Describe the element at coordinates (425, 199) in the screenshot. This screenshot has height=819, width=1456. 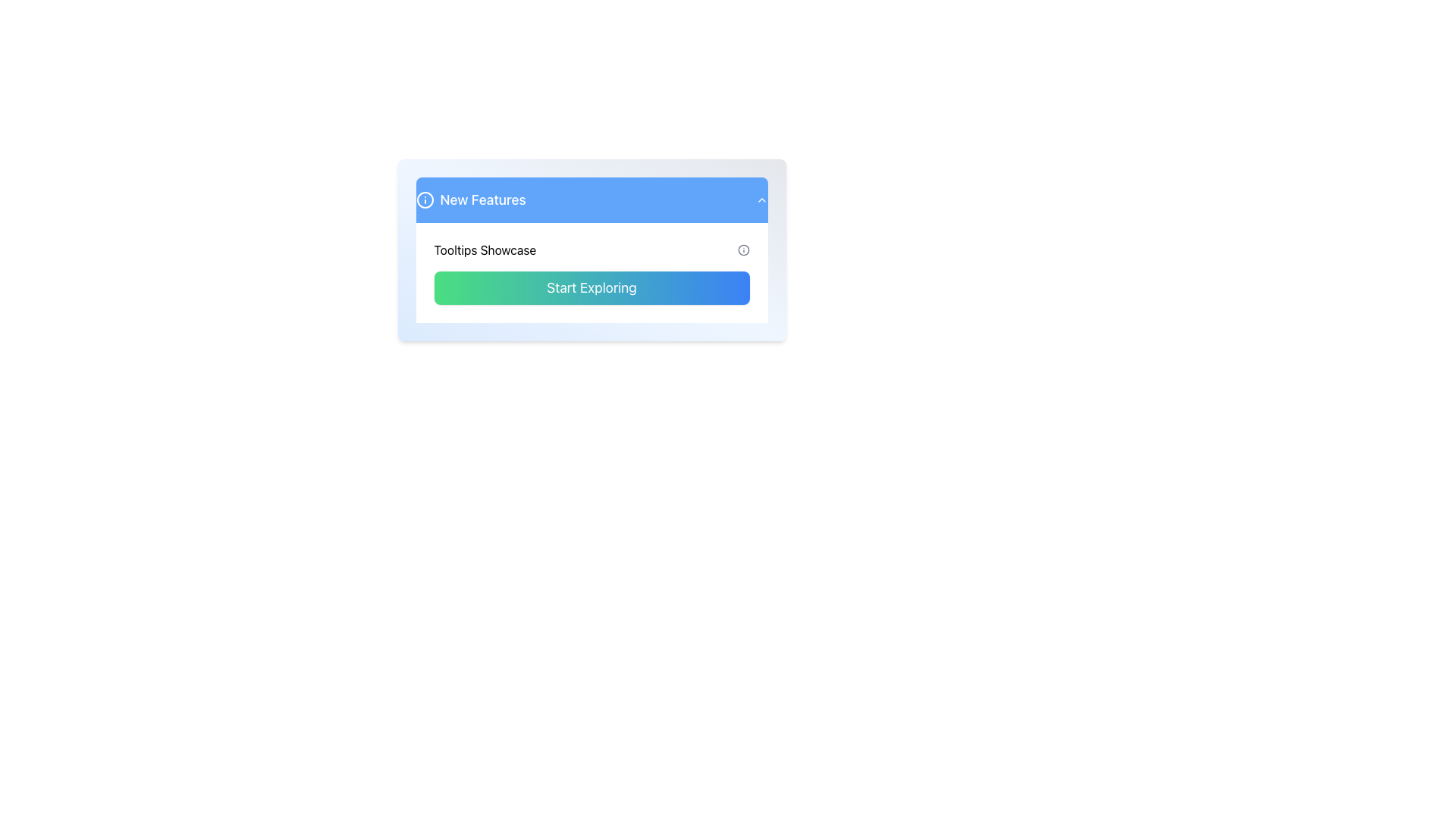
I see `the informational icon located at the top of the card interface, within the blue header section` at that location.